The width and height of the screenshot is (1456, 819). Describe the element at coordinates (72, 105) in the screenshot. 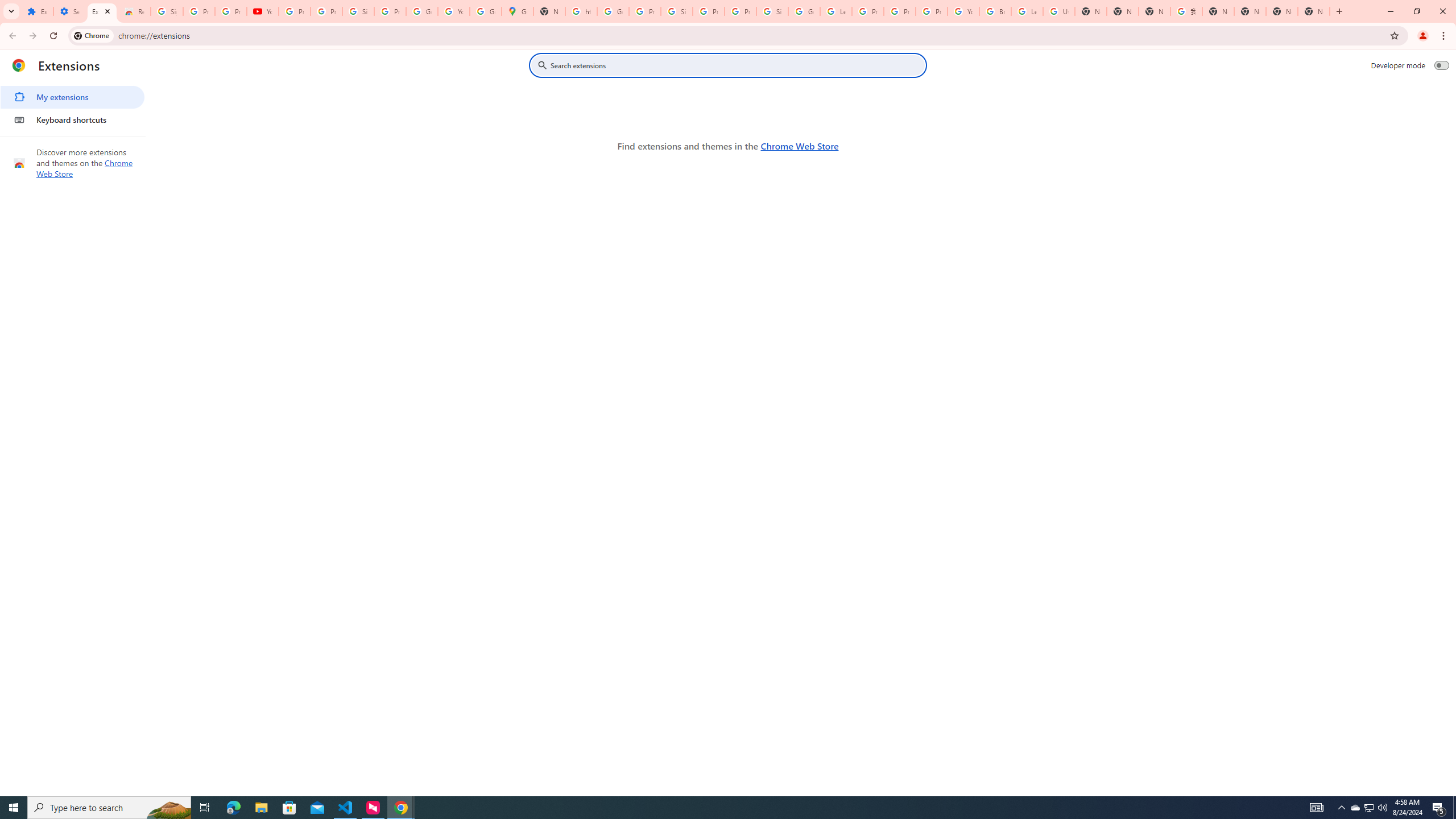

I see `'AutomationID: sectionMenu'` at that location.